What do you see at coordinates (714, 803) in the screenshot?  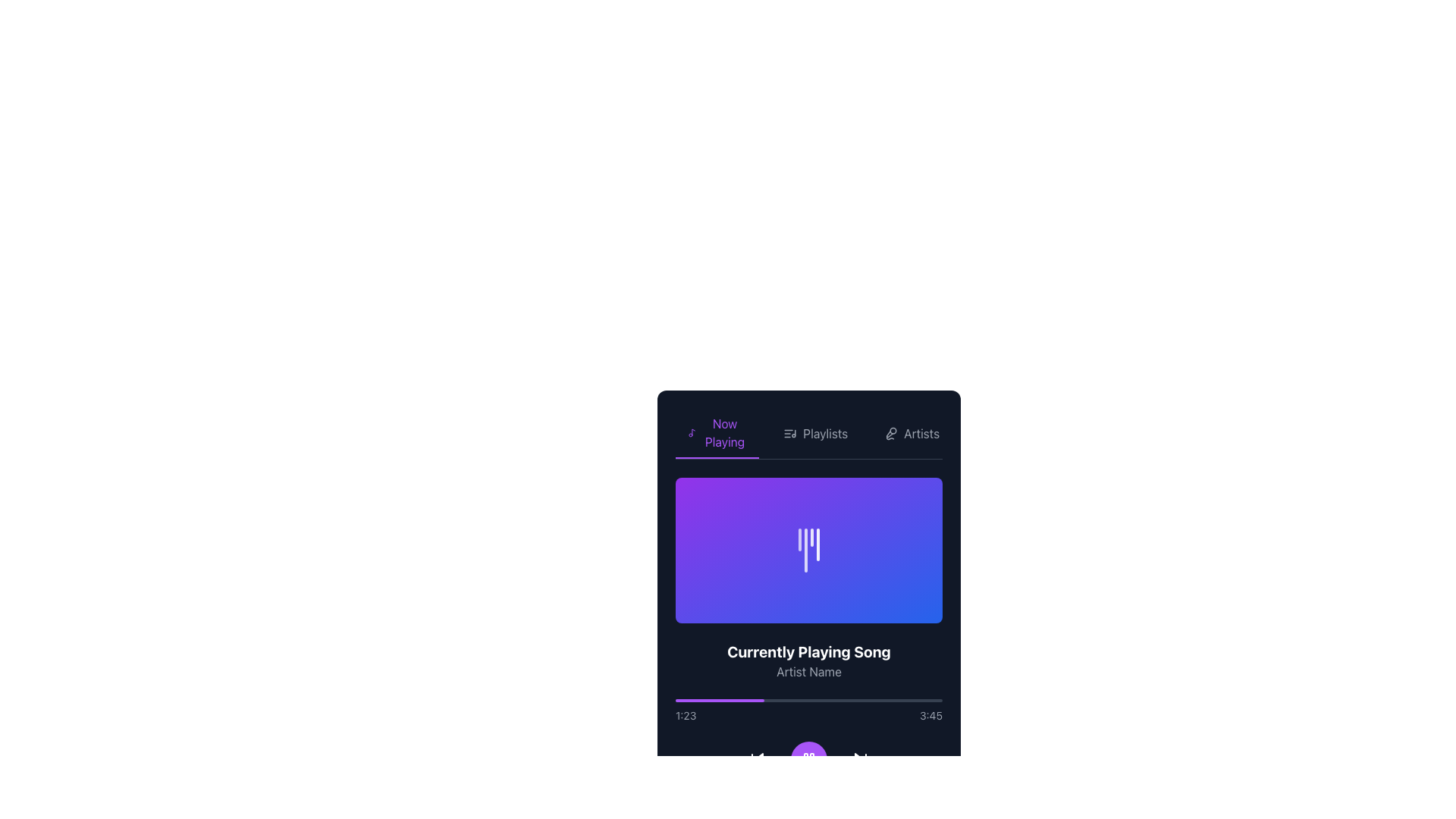 I see `the slider value` at bounding box center [714, 803].